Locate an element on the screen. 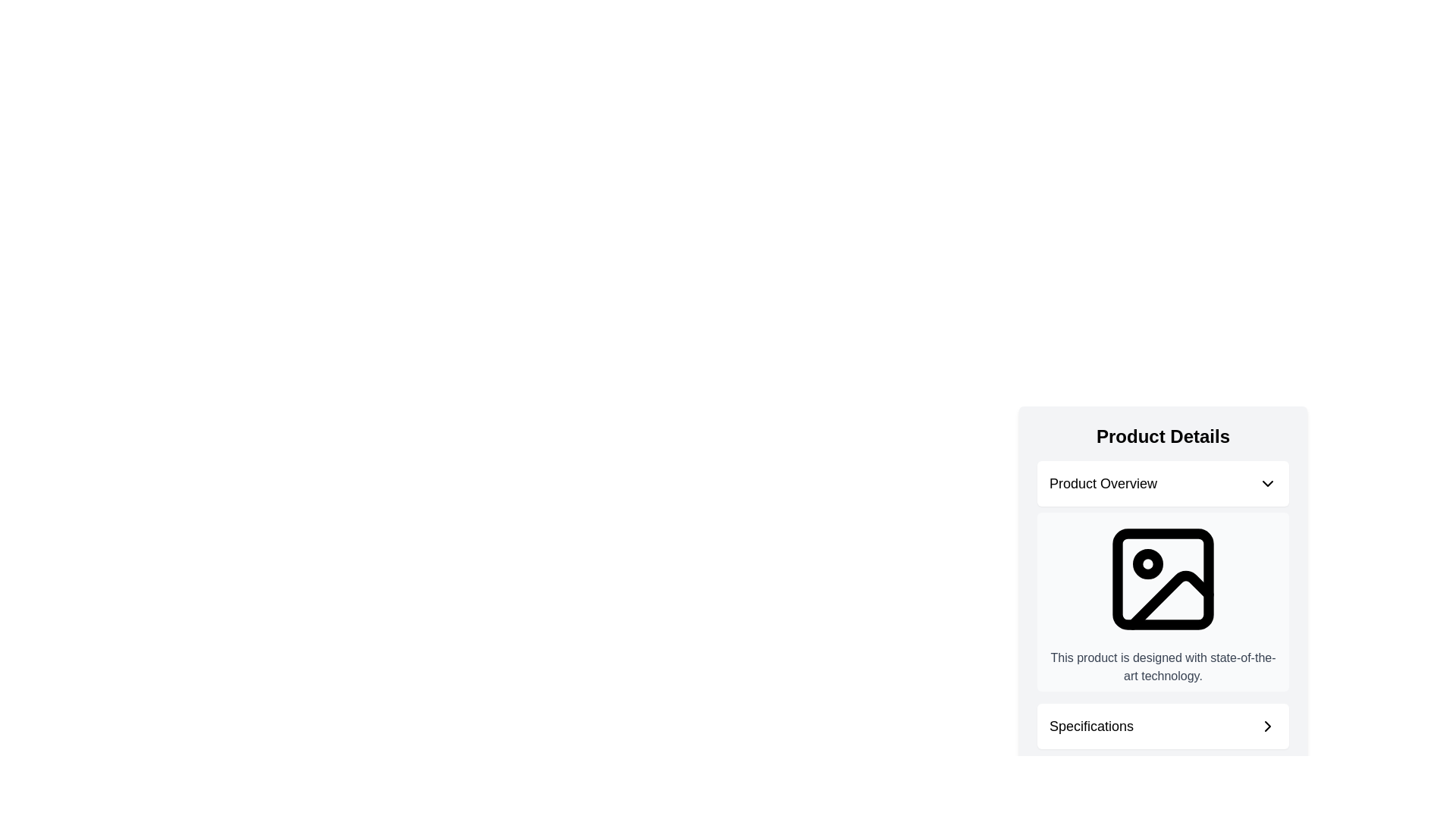 The width and height of the screenshot is (1456, 819). the Informational Section containing an image icon and description stating 'This product is designed with state-of-the-art technology.' is located at coordinates (1163, 634).